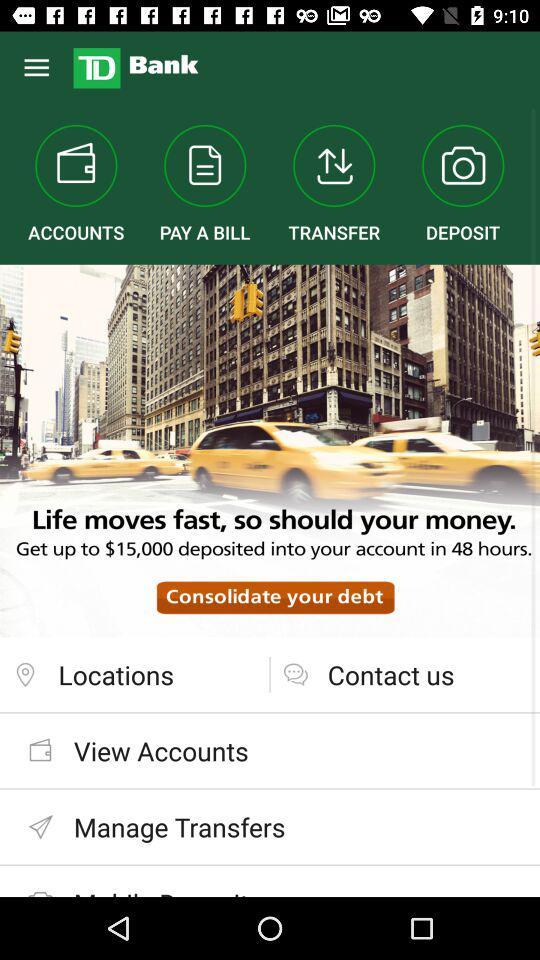 The image size is (540, 960). I want to click on contact us, so click(405, 674).